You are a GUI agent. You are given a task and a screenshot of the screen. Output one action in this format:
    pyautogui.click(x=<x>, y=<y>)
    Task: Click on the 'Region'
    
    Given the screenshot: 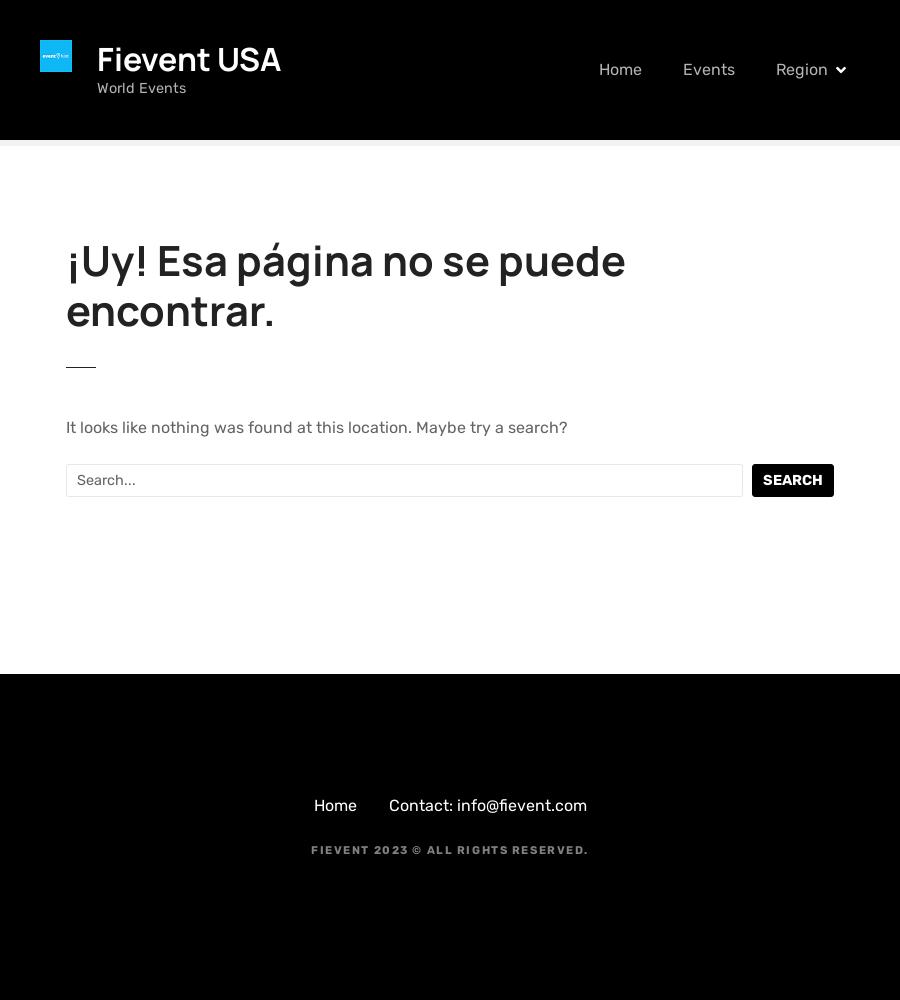 What is the action you would take?
    pyautogui.click(x=801, y=68)
    